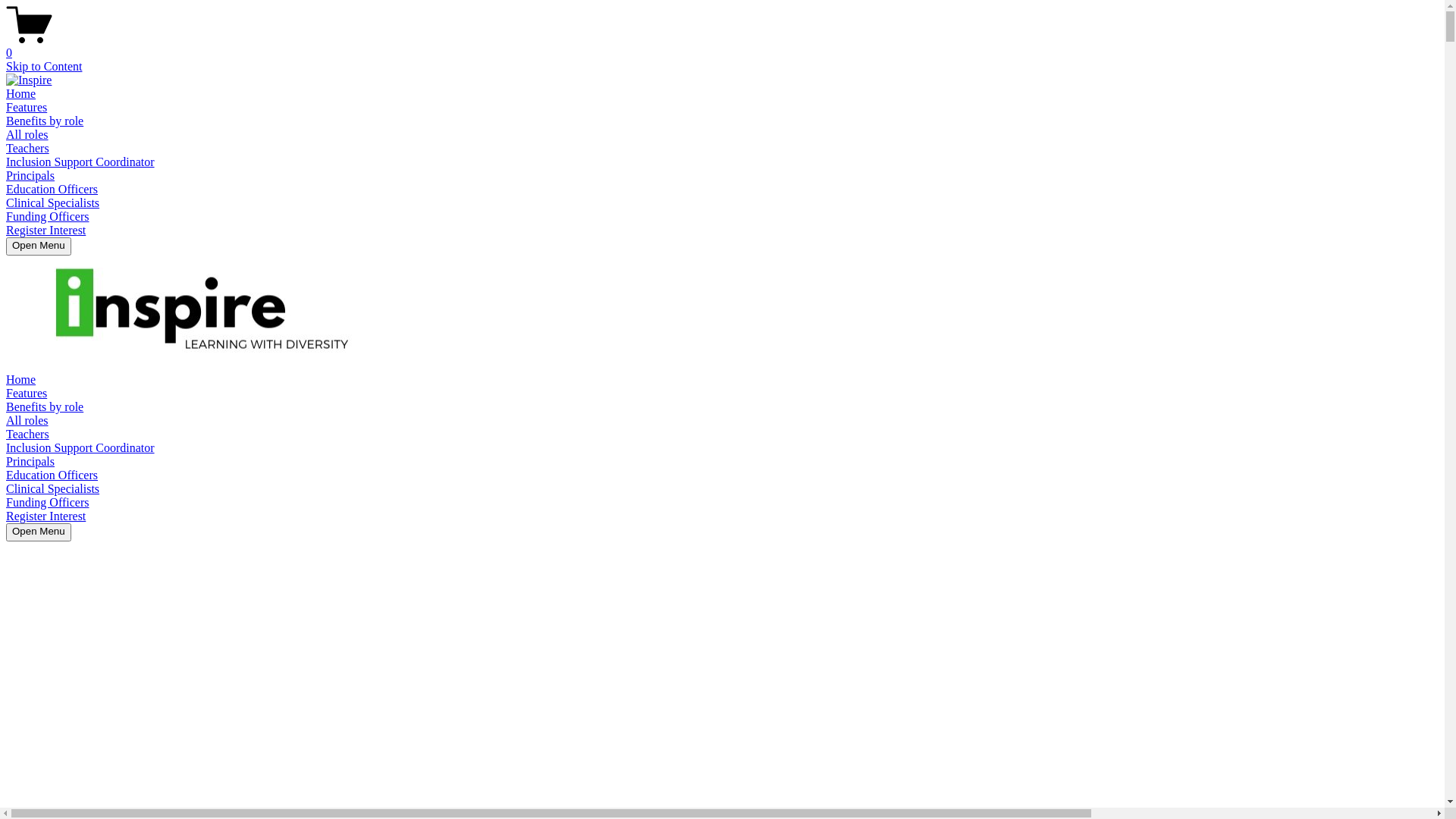  What do you see at coordinates (45, 230) in the screenshot?
I see `'Register Interest'` at bounding box center [45, 230].